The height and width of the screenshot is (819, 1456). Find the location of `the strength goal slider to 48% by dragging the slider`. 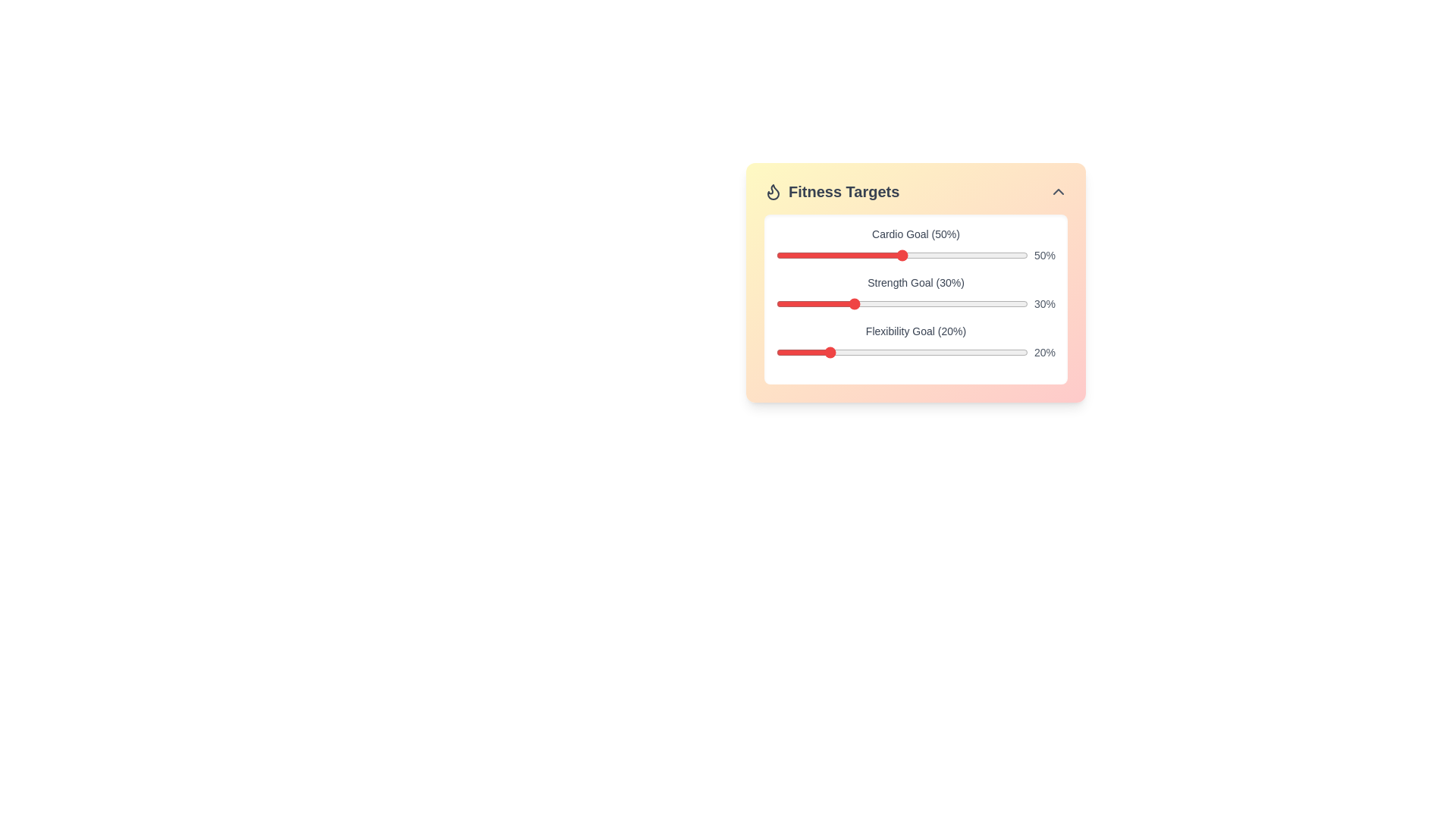

the strength goal slider to 48% by dragging the slider is located at coordinates (897, 304).